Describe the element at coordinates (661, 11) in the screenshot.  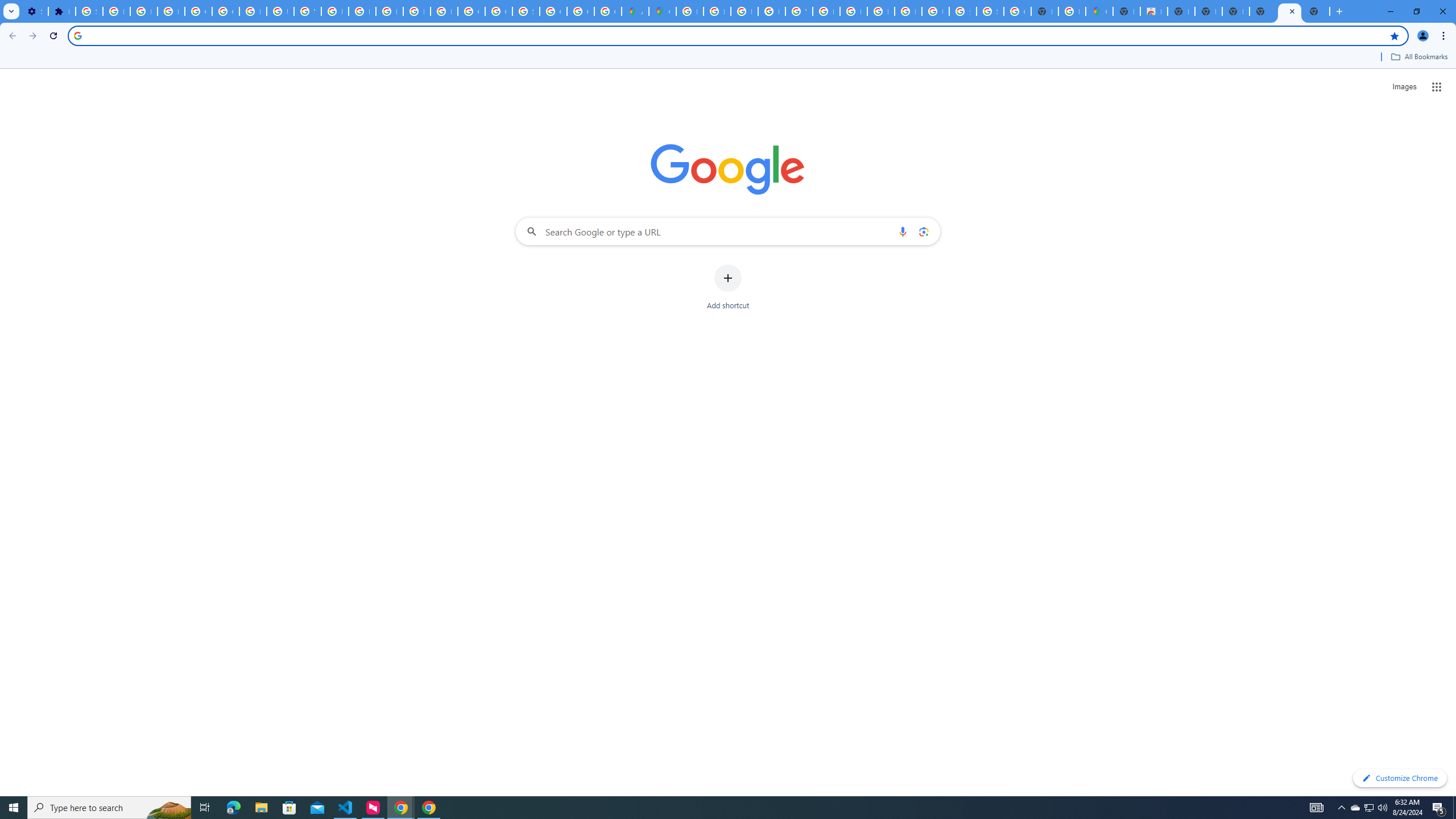
I see `'Google Maps'` at that location.